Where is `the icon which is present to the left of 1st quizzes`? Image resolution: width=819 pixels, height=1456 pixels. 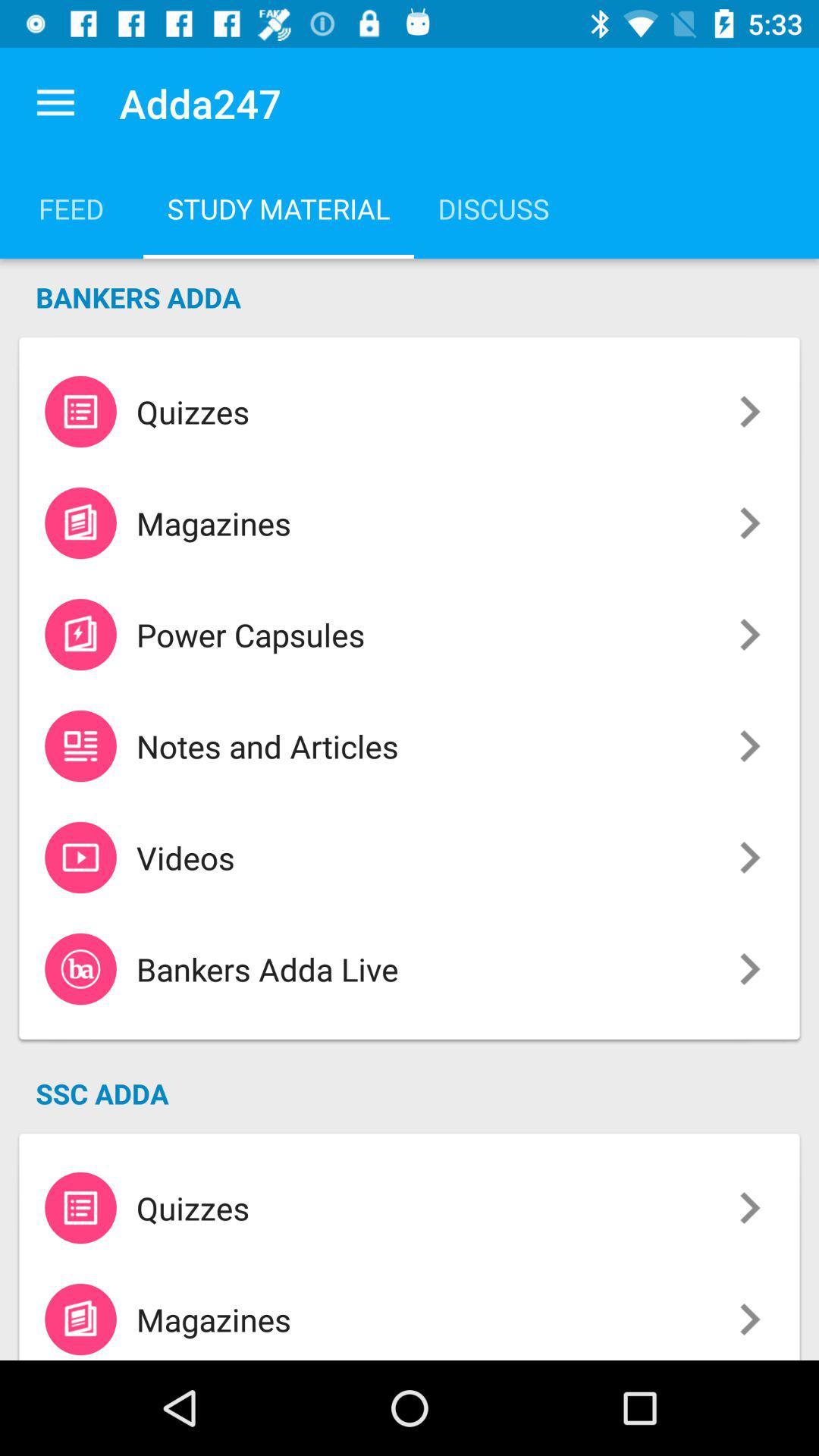 the icon which is present to the left of 1st quizzes is located at coordinates (80, 411).